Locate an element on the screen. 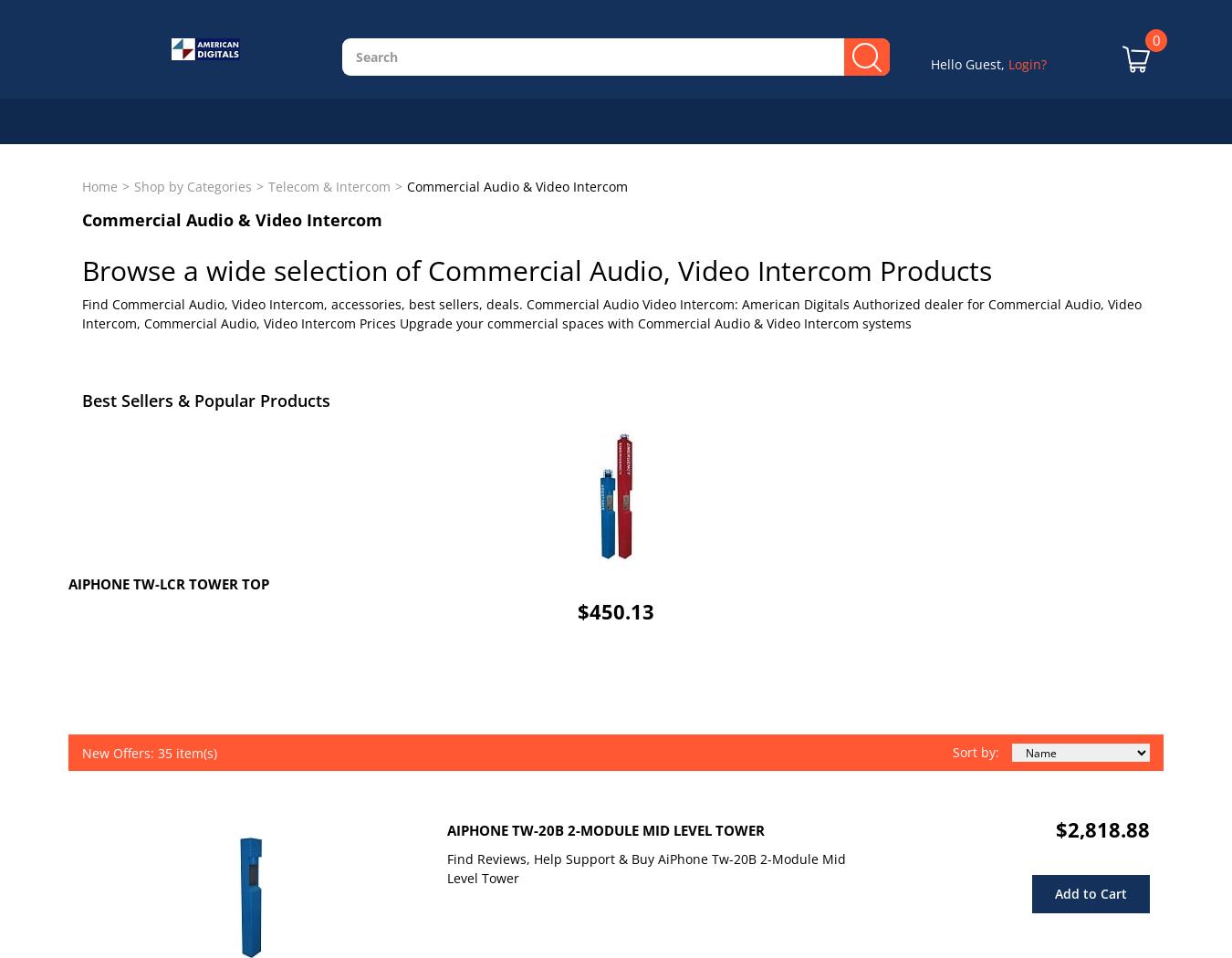  'AiPhone Tw-Lcr Tower Top' is located at coordinates (168, 582).